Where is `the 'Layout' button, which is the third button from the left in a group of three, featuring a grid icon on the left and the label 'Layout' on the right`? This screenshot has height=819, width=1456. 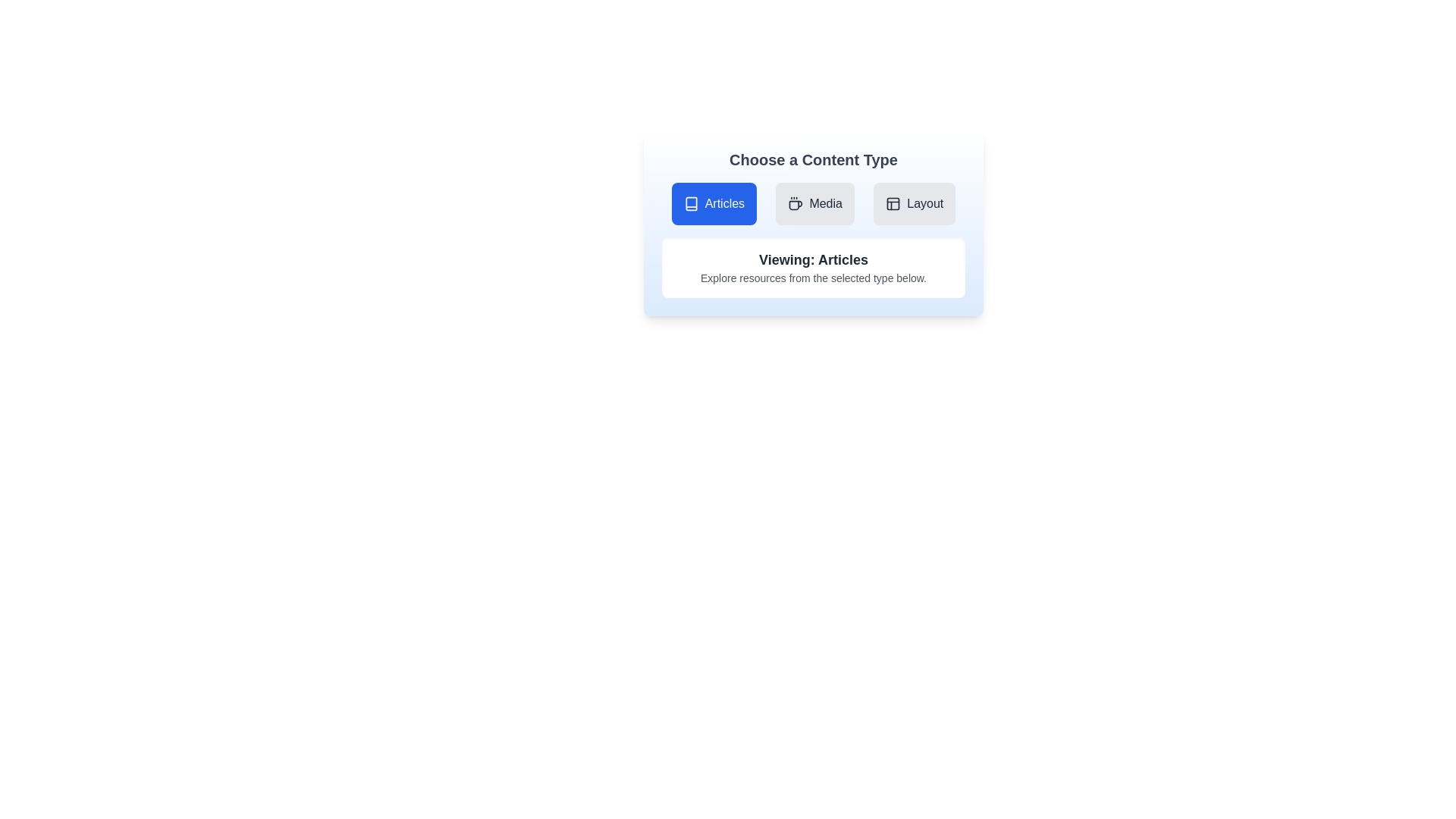
the 'Layout' button, which is the third button from the left in a group of three, featuring a grid icon on the left and the label 'Layout' on the right is located at coordinates (914, 203).